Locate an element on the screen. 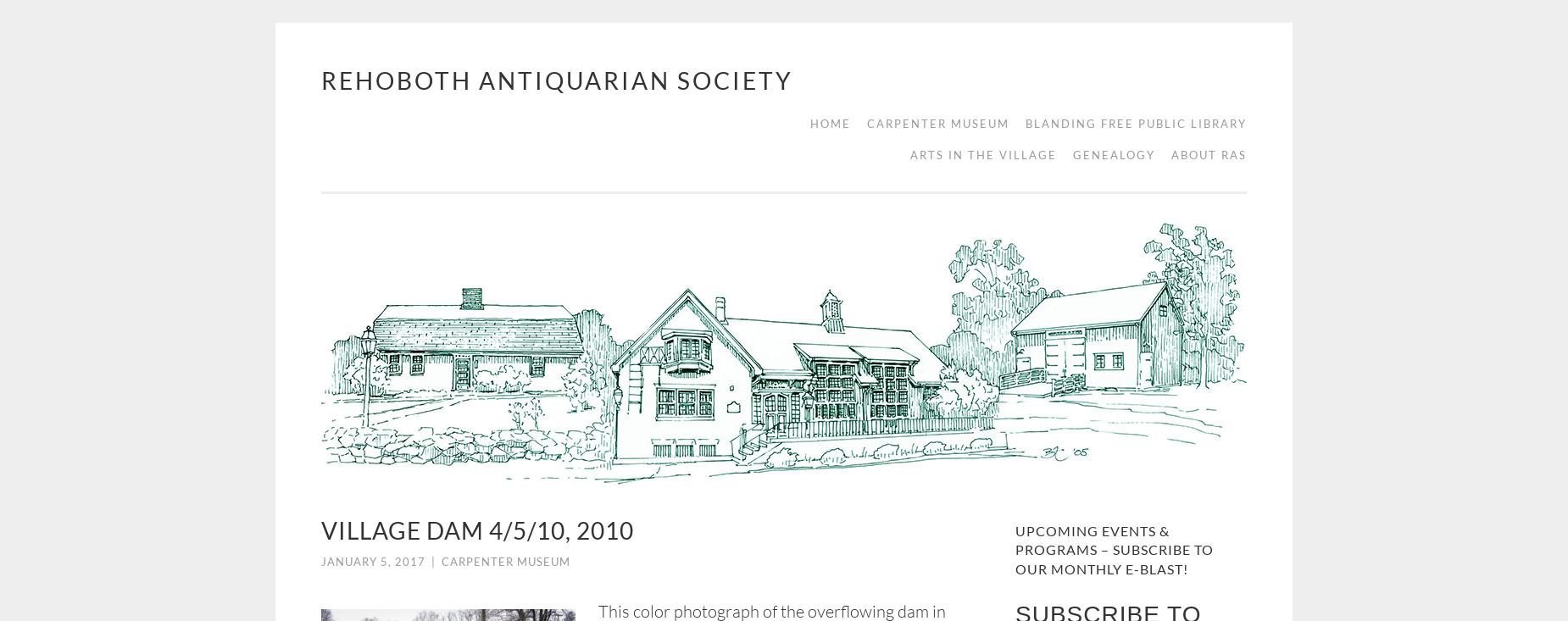  'Home' is located at coordinates (809, 124).